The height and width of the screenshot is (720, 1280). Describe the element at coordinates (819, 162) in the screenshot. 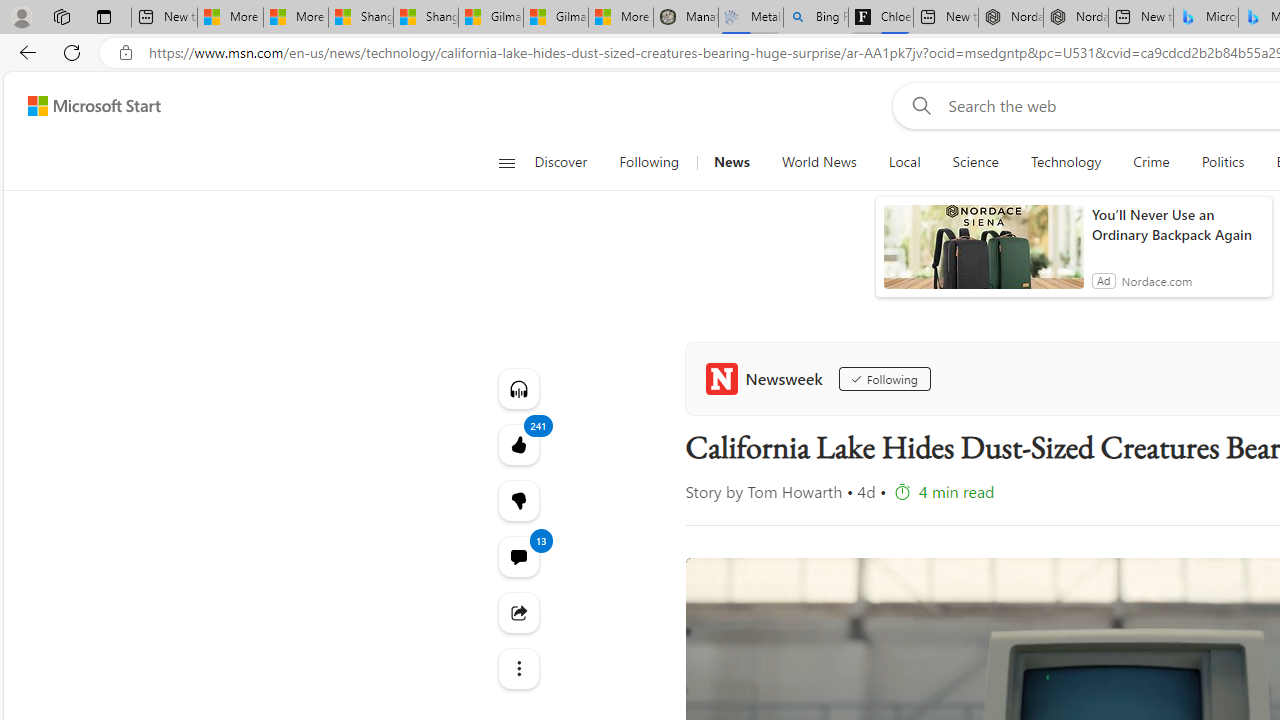

I see `'World News'` at that location.